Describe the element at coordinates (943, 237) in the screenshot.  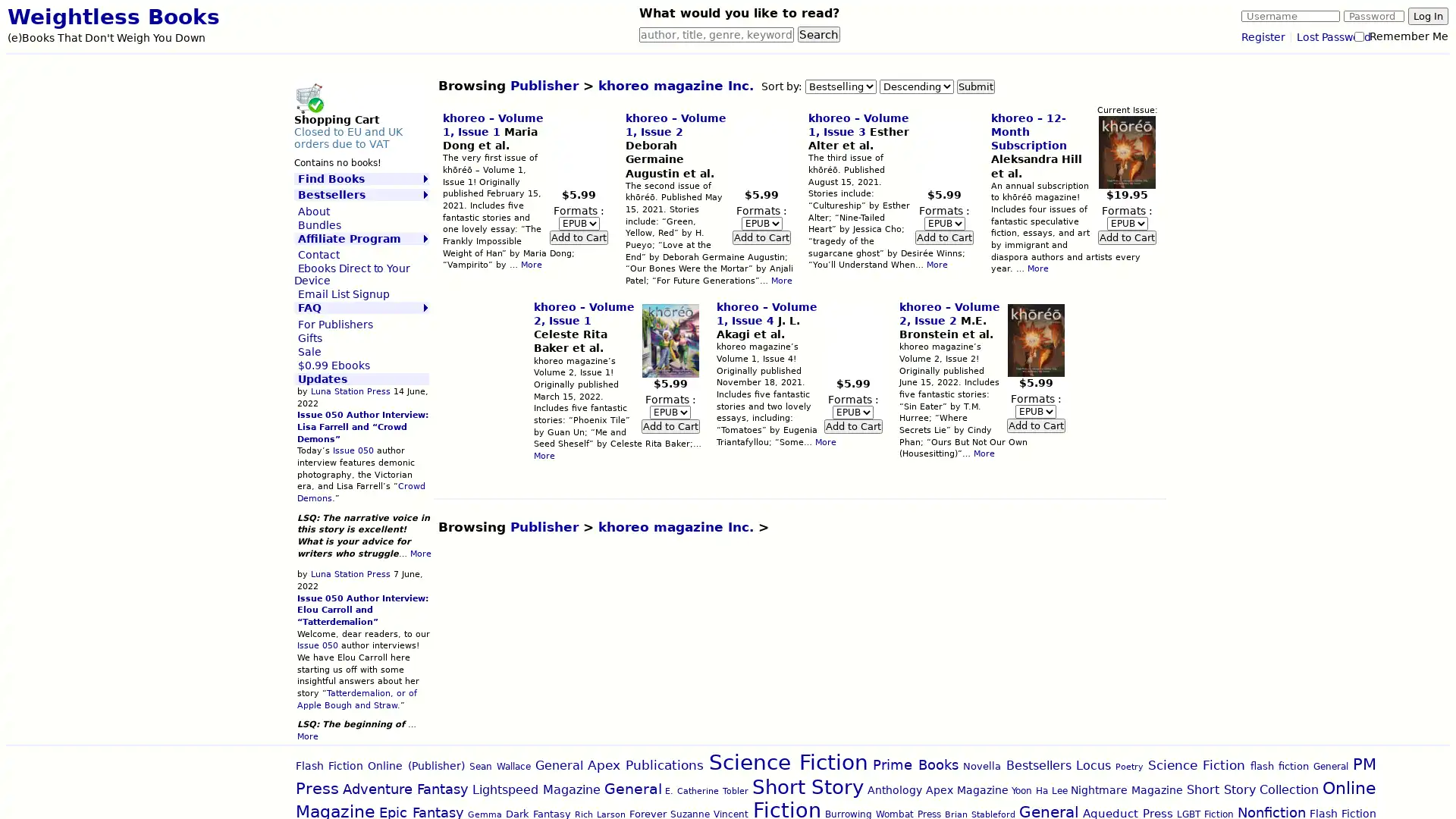
I see `Add to Cart` at that location.